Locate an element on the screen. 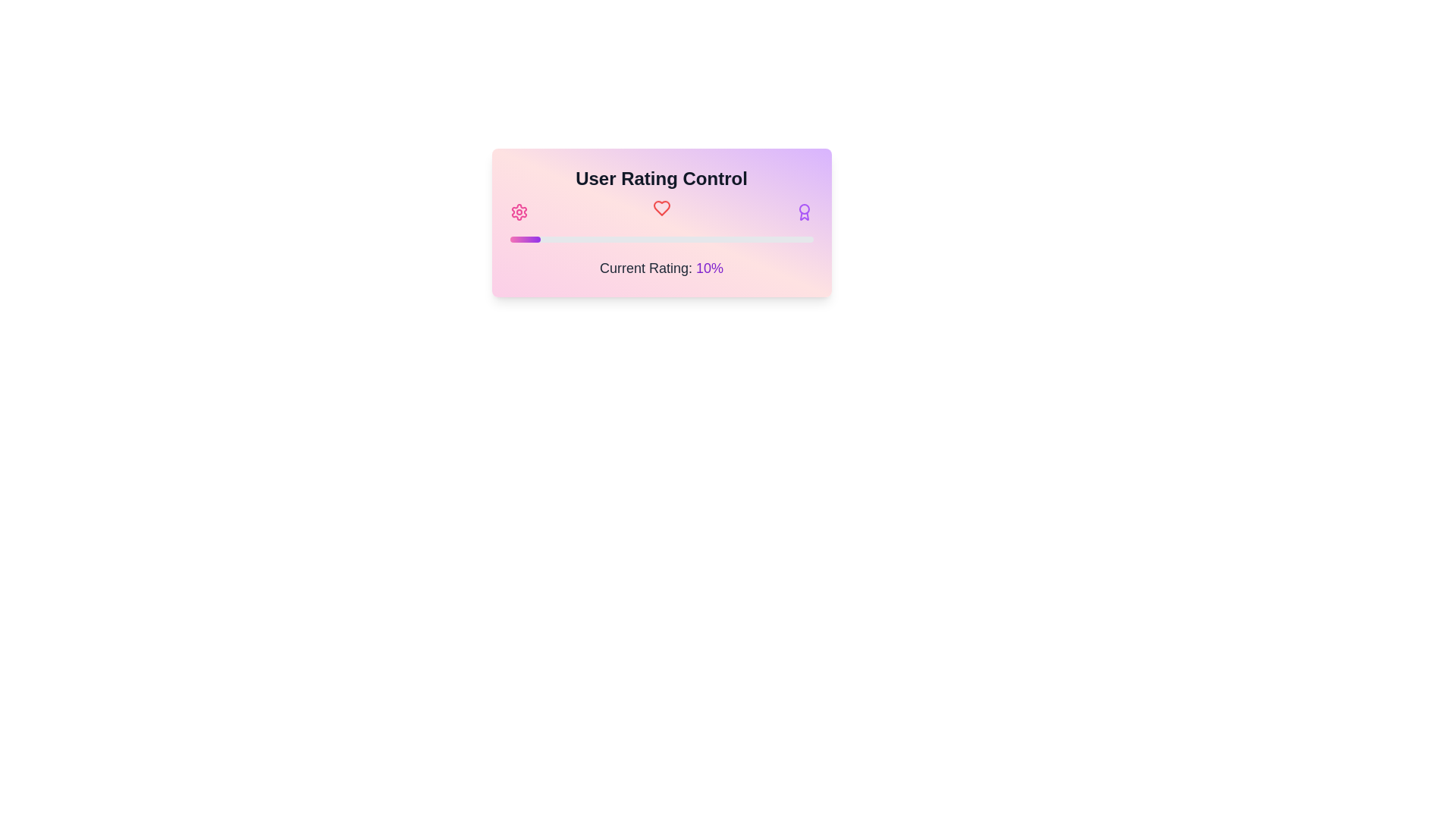  the heart icon located in the card interface below the 'User Rating Control' title is located at coordinates (661, 210).